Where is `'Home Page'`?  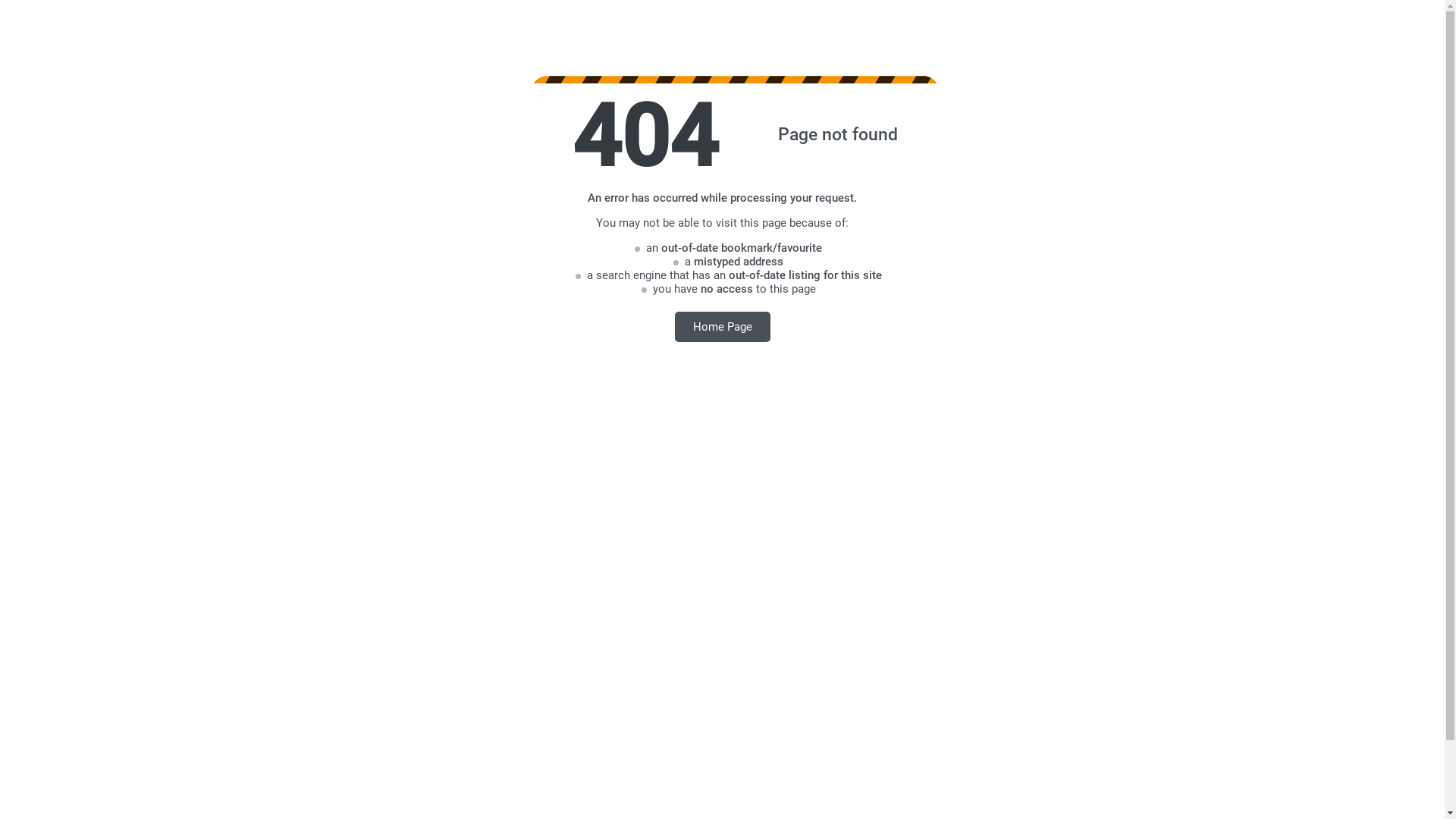 'Home Page' is located at coordinates (722, 325).